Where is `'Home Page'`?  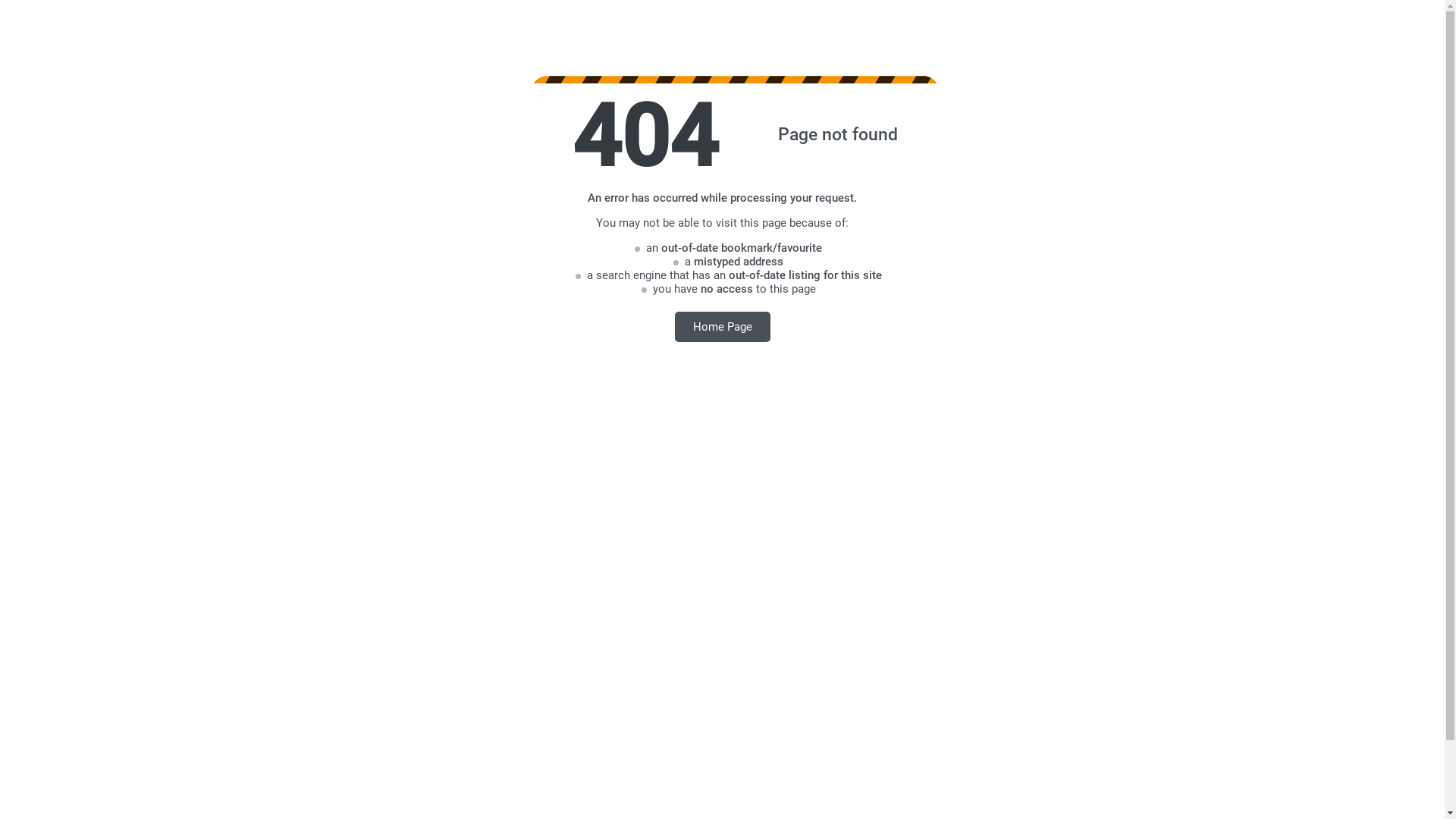 'Home Page' is located at coordinates (722, 325).